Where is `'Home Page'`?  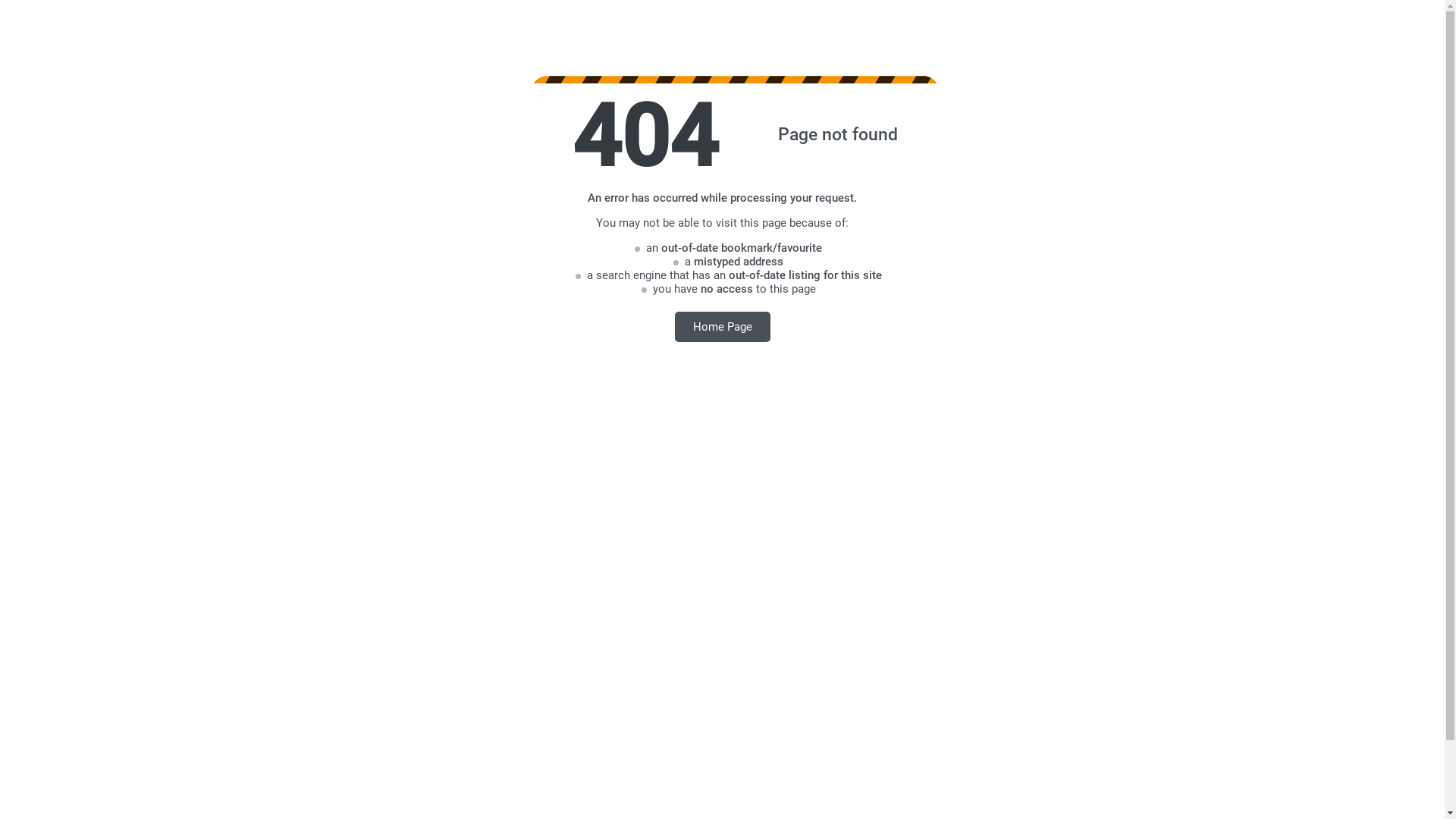 'Home Page' is located at coordinates (722, 325).